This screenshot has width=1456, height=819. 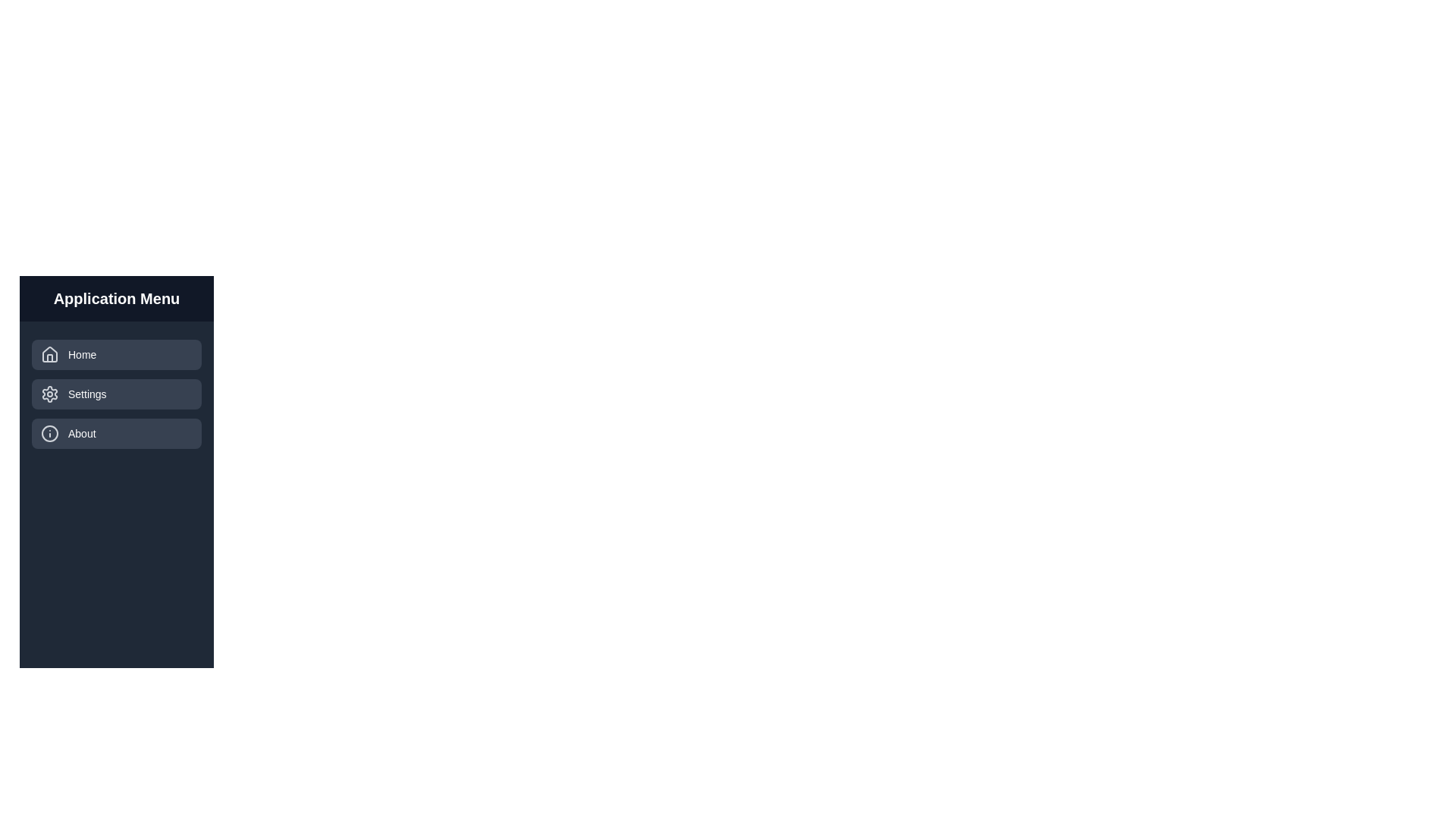 I want to click on the icon next to the Home menu item, so click(x=50, y=354).